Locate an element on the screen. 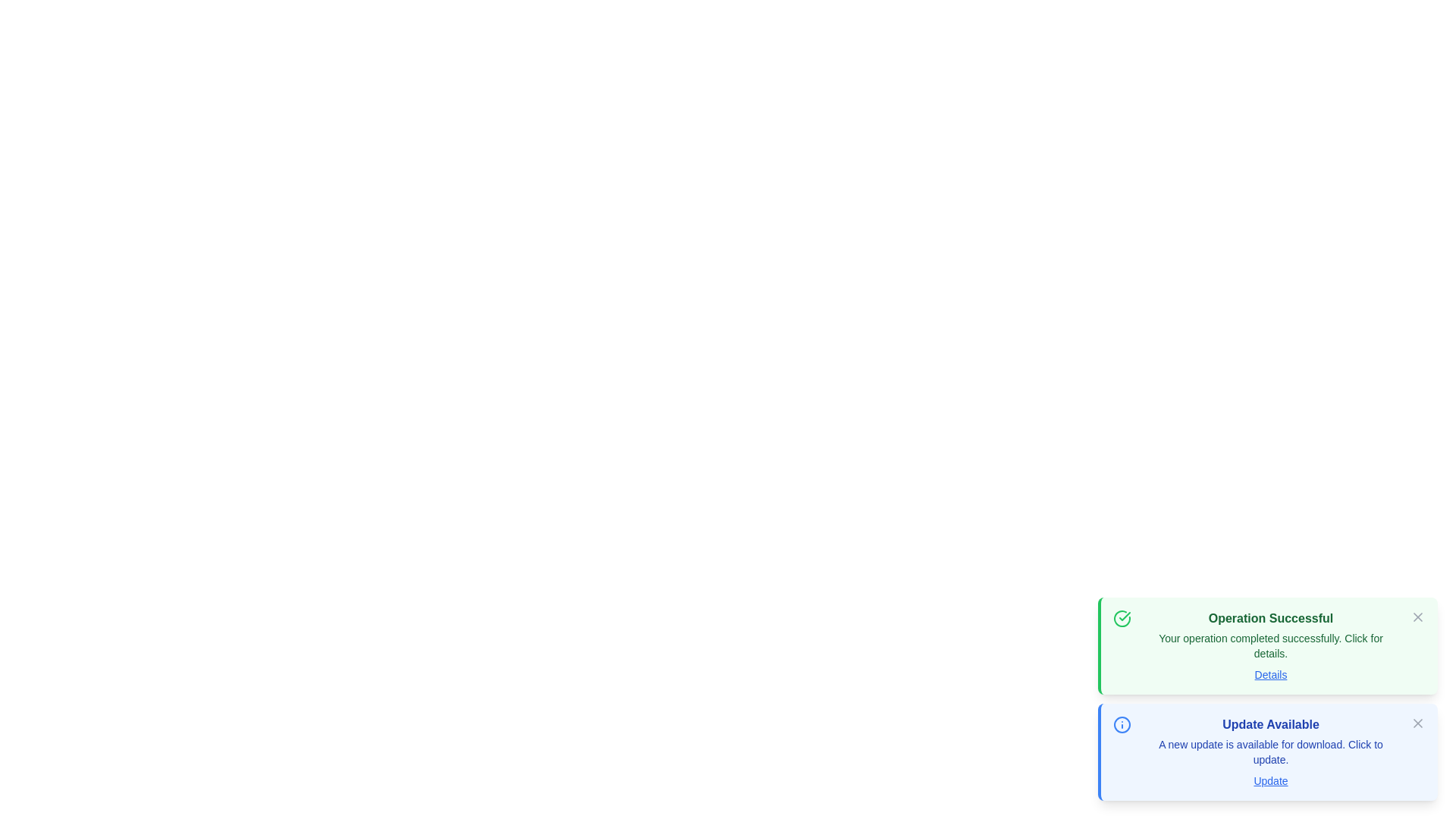 This screenshot has height=819, width=1456. the dismiss button with an 'X' icon located at the top-right corner of the 'Operation Successful' notification is located at coordinates (1417, 617).